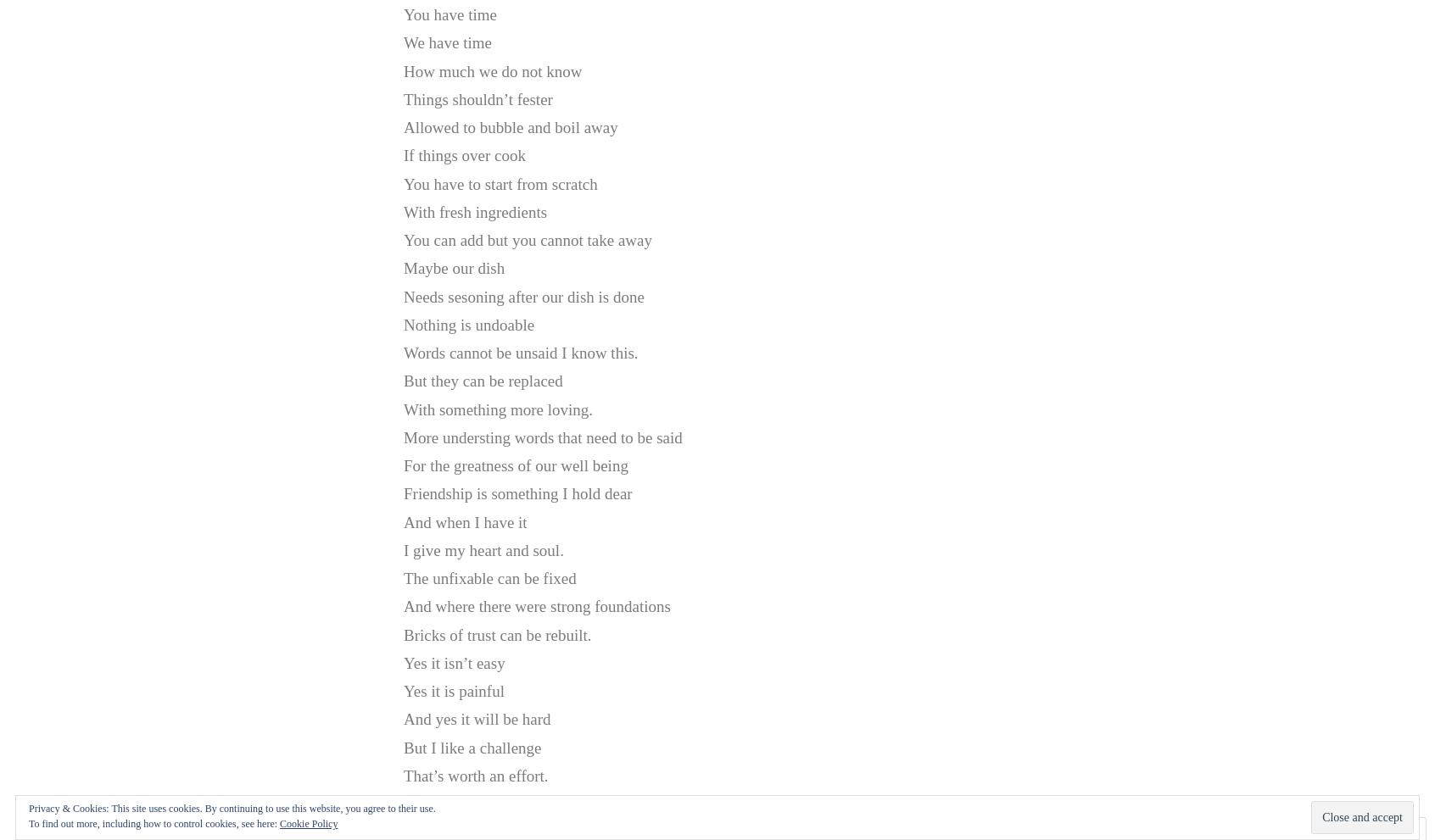  What do you see at coordinates (454, 662) in the screenshot?
I see `'Yes it isn’t easy'` at bounding box center [454, 662].